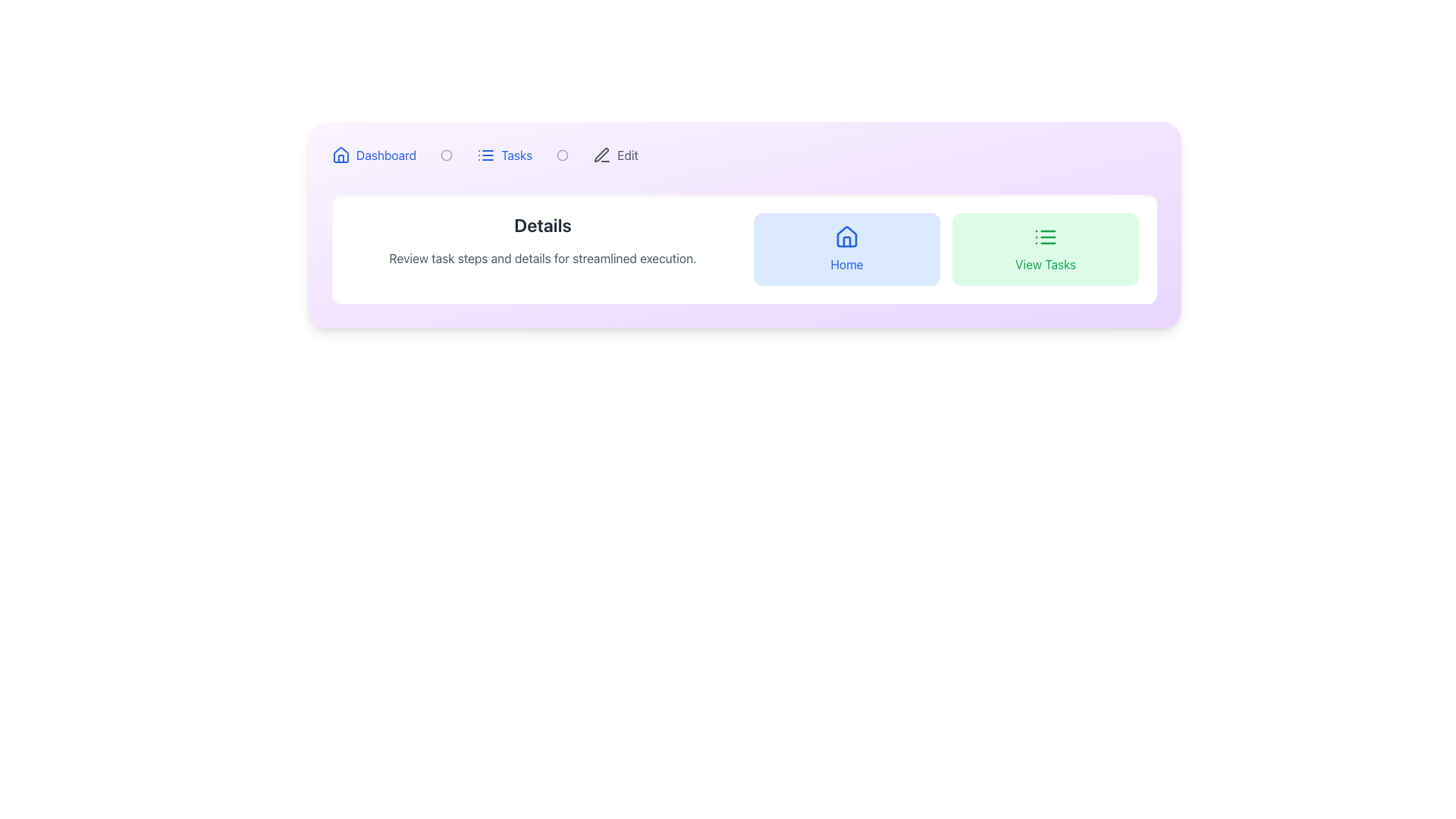 This screenshot has width=1456, height=819. What do you see at coordinates (1044, 248) in the screenshot?
I see `the 'View Tasks' button, which has a light green background, rounded corners, and features a green list icon above the text, located on the right side beneath the 'Details' section` at bounding box center [1044, 248].